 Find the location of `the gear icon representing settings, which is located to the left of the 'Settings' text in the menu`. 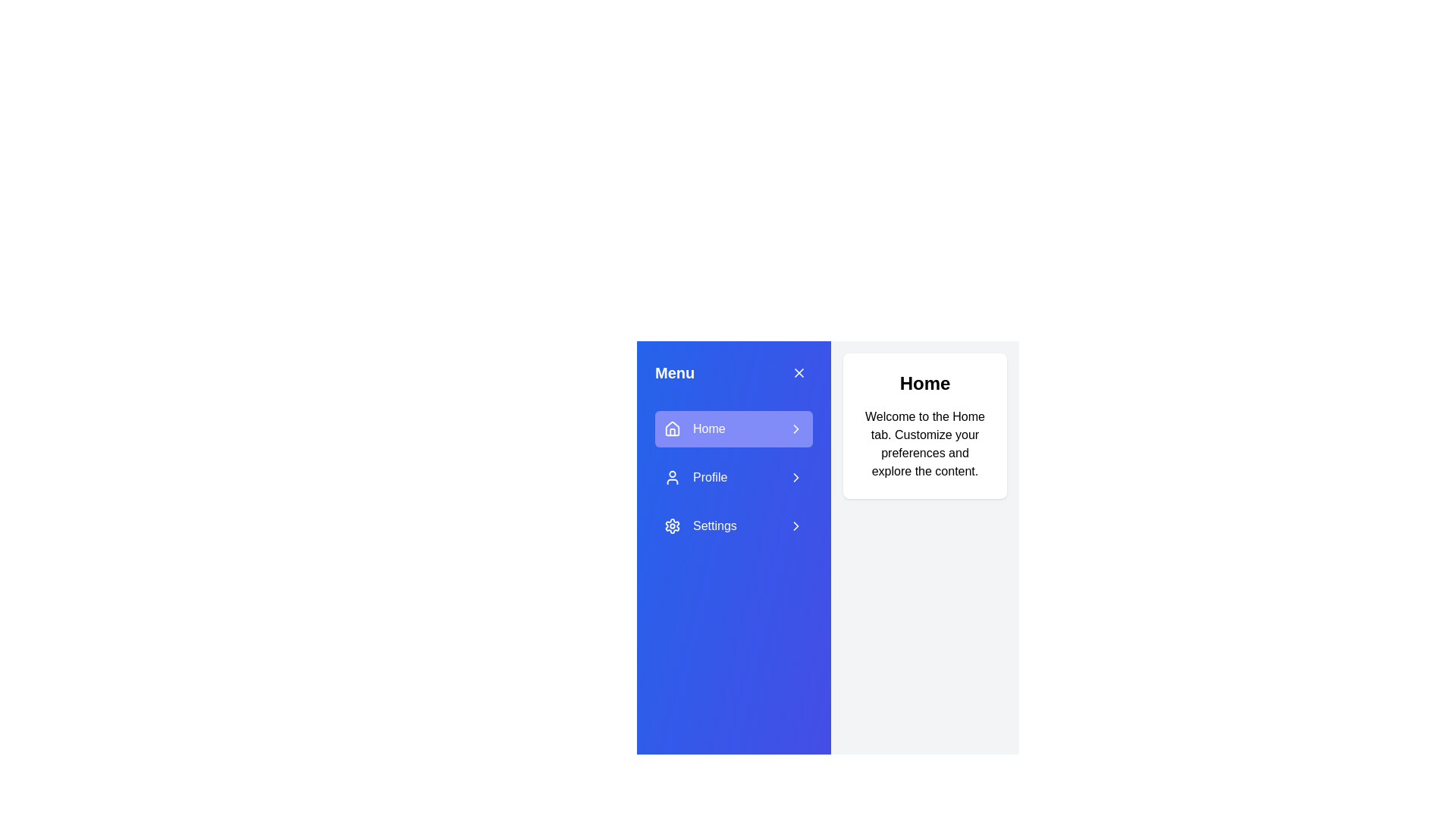

the gear icon representing settings, which is located to the left of the 'Settings' text in the menu is located at coordinates (672, 526).